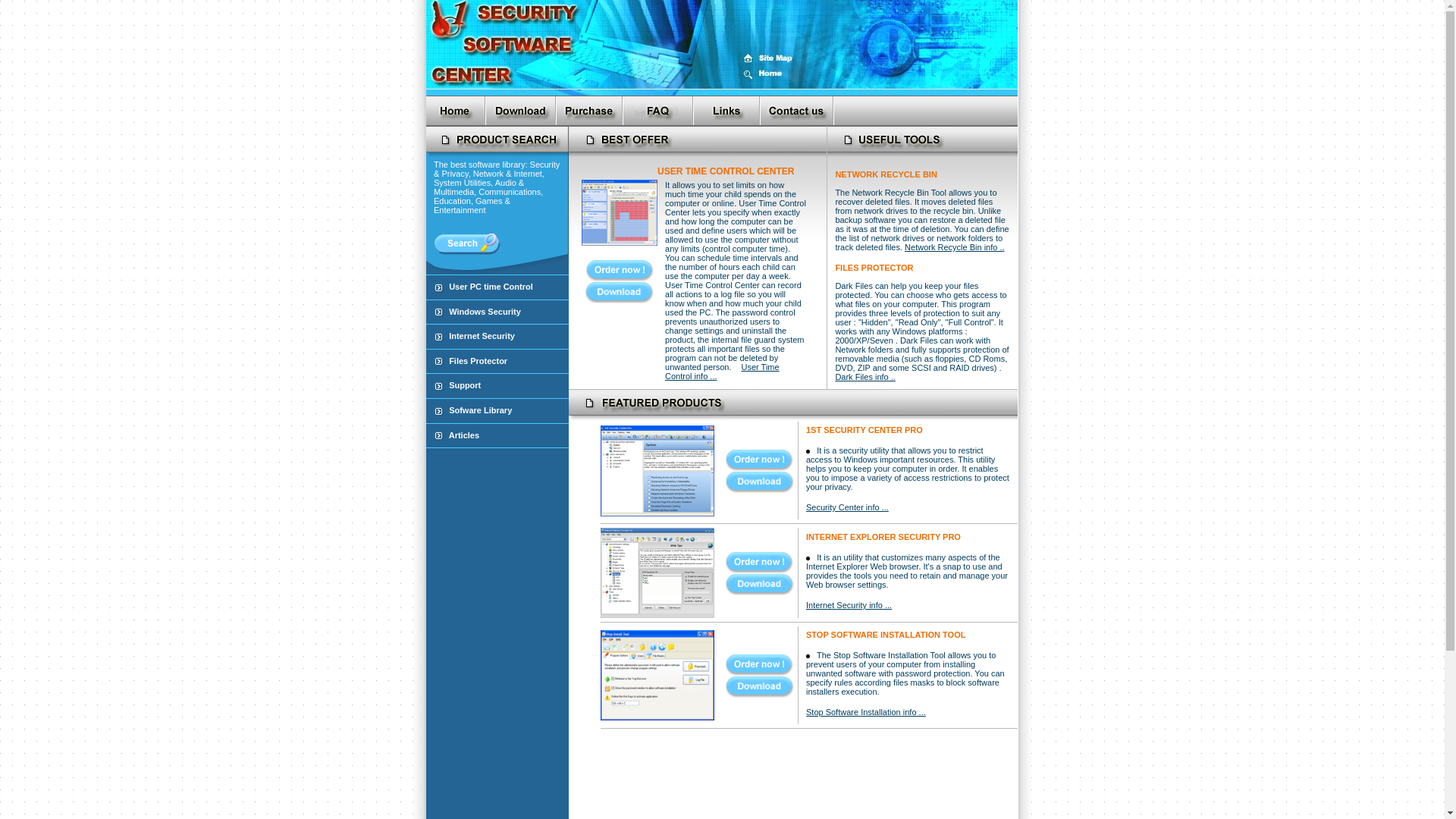 This screenshot has width=1456, height=819. What do you see at coordinates (447, 335) in the screenshot?
I see `'Internet Security'` at bounding box center [447, 335].